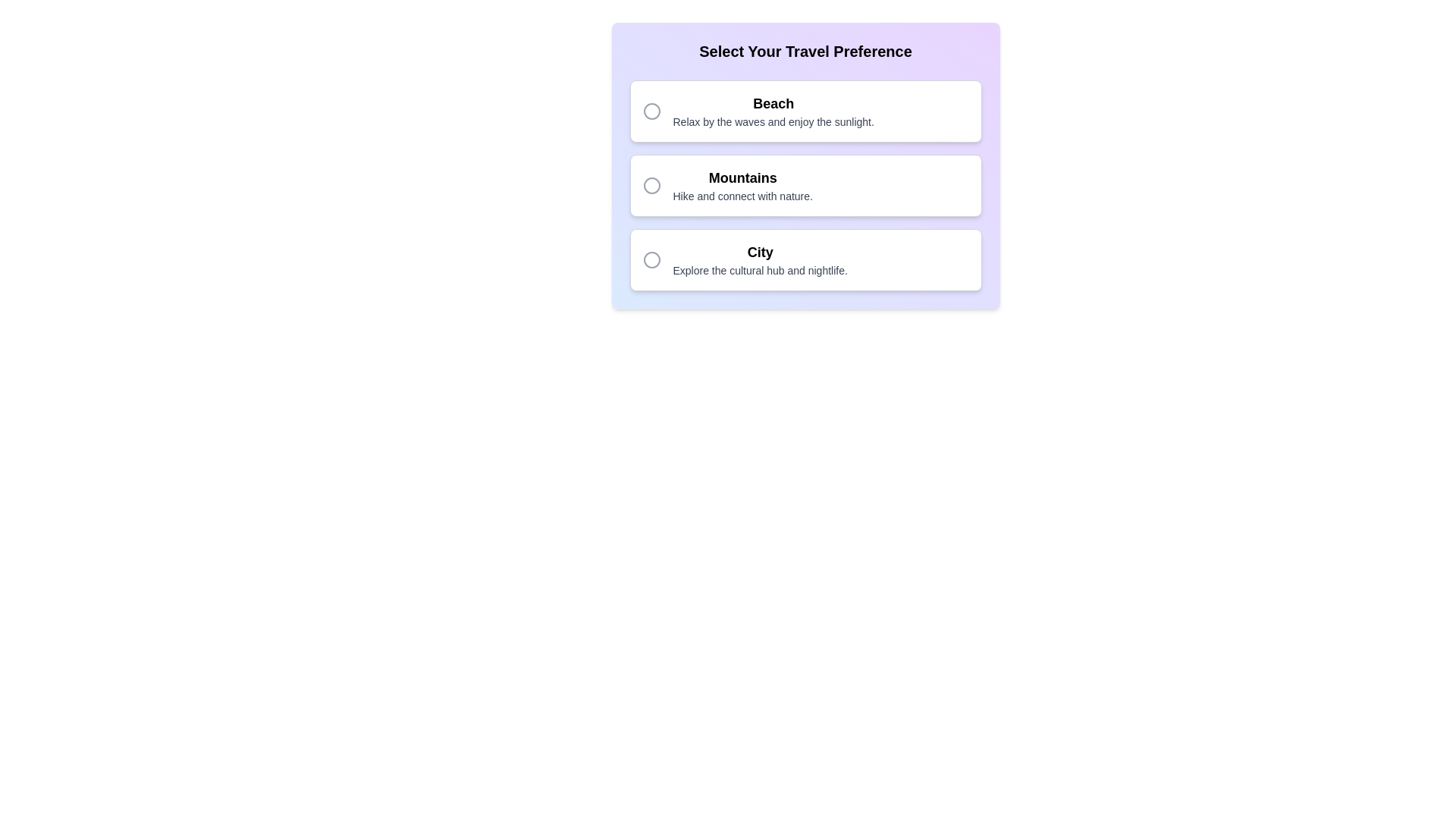 The width and height of the screenshot is (1456, 819). What do you see at coordinates (742, 195) in the screenshot?
I see `the text label that reads 'Hike and connect with nature,' which is positioned below the bold title 'Mountains' in the travel options section` at bounding box center [742, 195].